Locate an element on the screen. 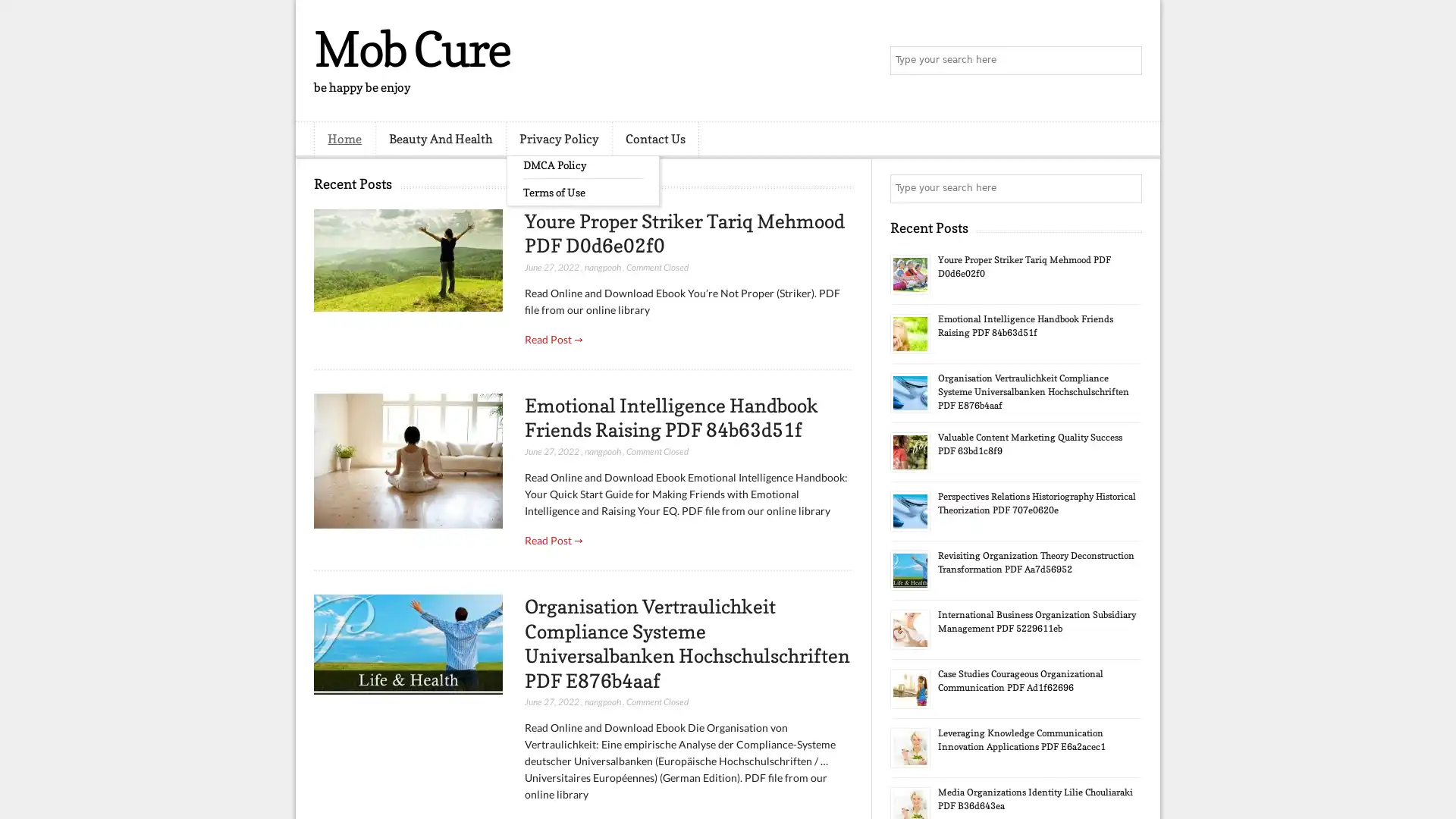 This screenshot has height=819, width=1456. Search is located at coordinates (1126, 61).